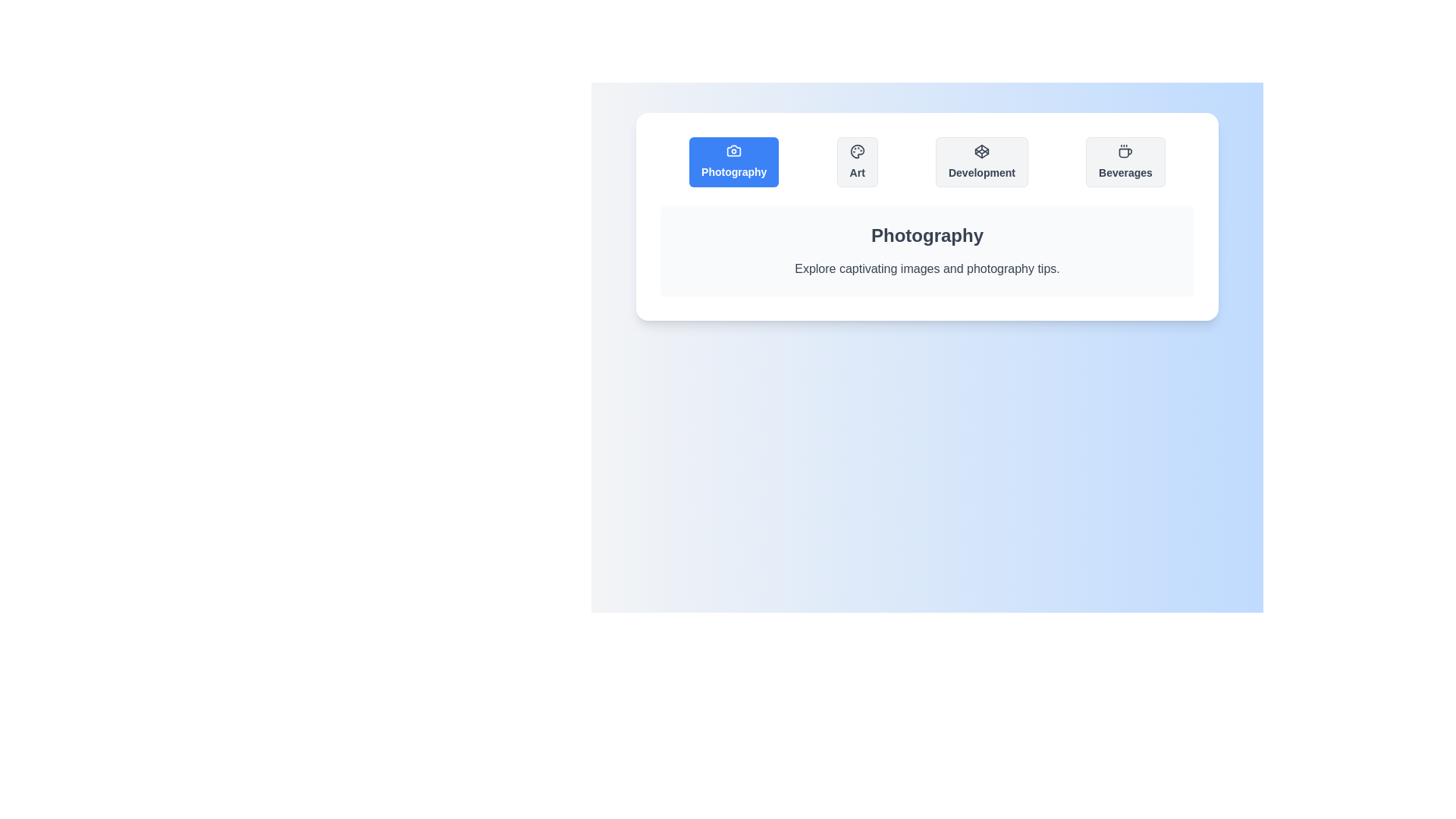 The height and width of the screenshot is (819, 1456). What do you see at coordinates (981, 162) in the screenshot?
I see `the tab labeled Development to observe styling changes` at bounding box center [981, 162].